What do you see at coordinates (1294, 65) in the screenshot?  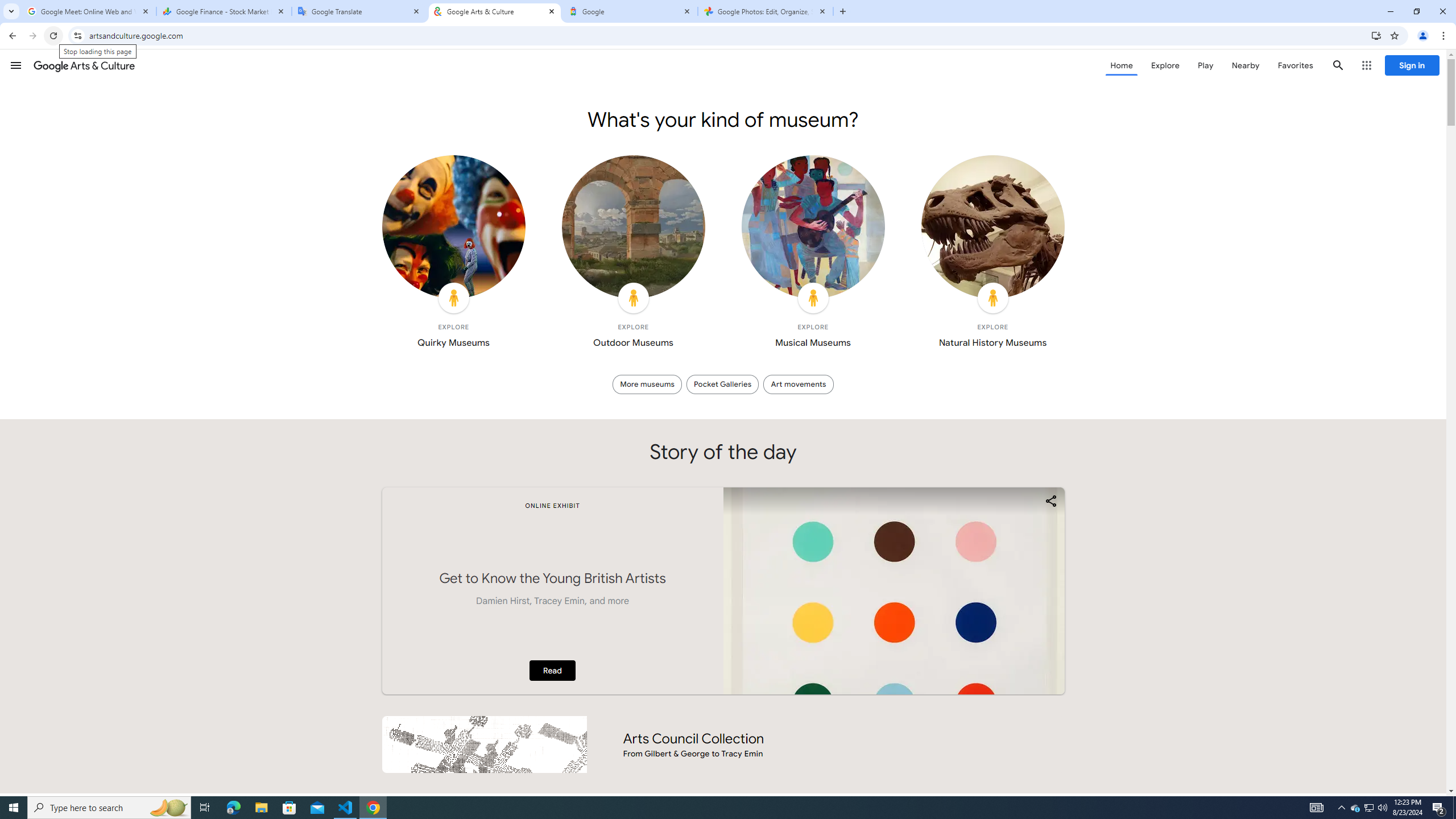 I see `'Favorites'` at bounding box center [1294, 65].